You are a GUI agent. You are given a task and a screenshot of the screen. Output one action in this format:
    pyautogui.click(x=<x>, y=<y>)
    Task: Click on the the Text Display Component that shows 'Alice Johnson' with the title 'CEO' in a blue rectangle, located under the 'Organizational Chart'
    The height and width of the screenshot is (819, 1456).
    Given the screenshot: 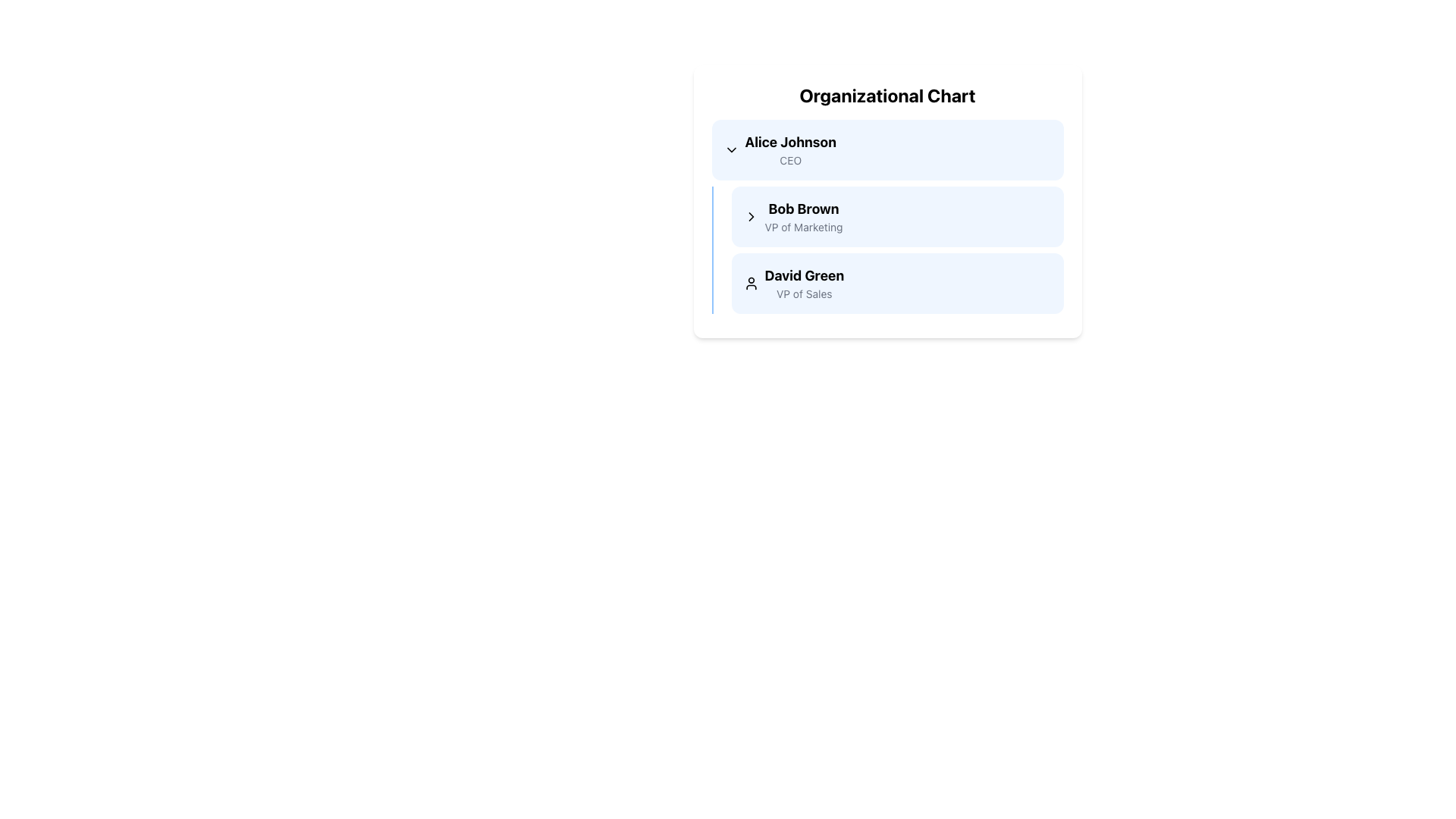 What is the action you would take?
    pyautogui.click(x=789, y=149)
    